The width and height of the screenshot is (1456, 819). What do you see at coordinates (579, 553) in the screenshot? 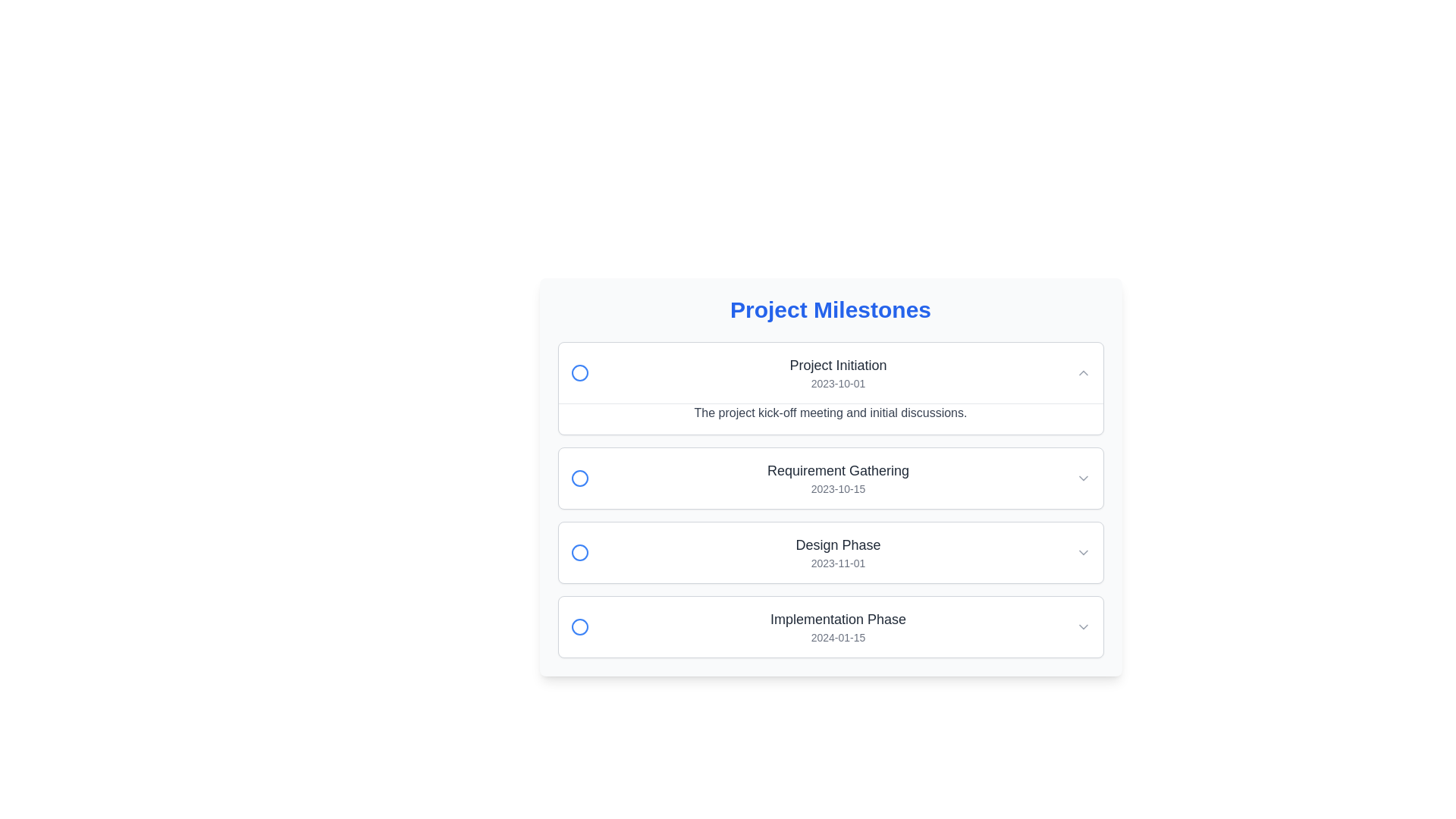
I see `the third circular graphic that visually indicates the 'Design Phase' milestone, which is positioned left of the 'Design Phase' entry` at bounding box center [579, 553].